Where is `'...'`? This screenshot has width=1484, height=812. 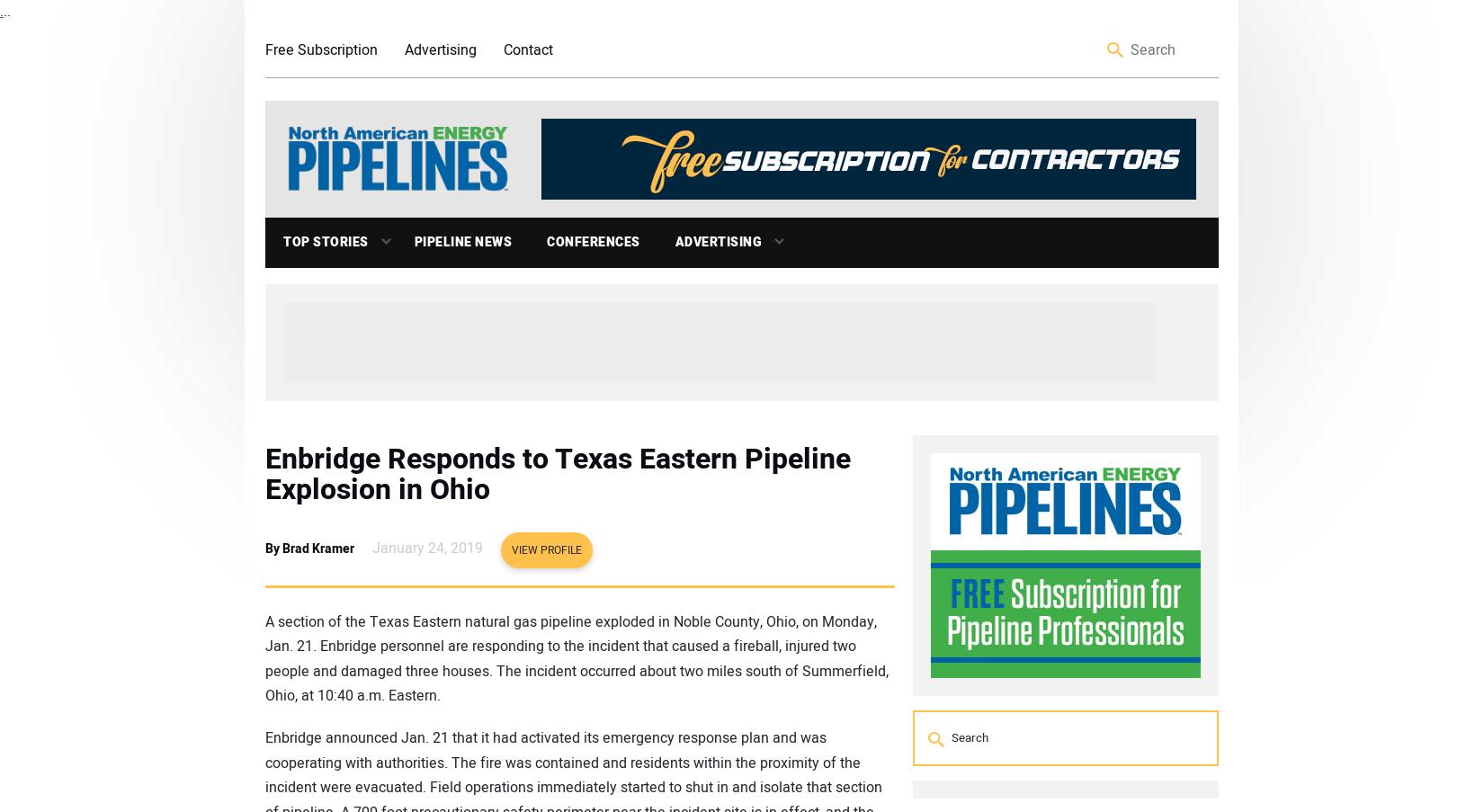
'...' is located at coordinates (4, 11).